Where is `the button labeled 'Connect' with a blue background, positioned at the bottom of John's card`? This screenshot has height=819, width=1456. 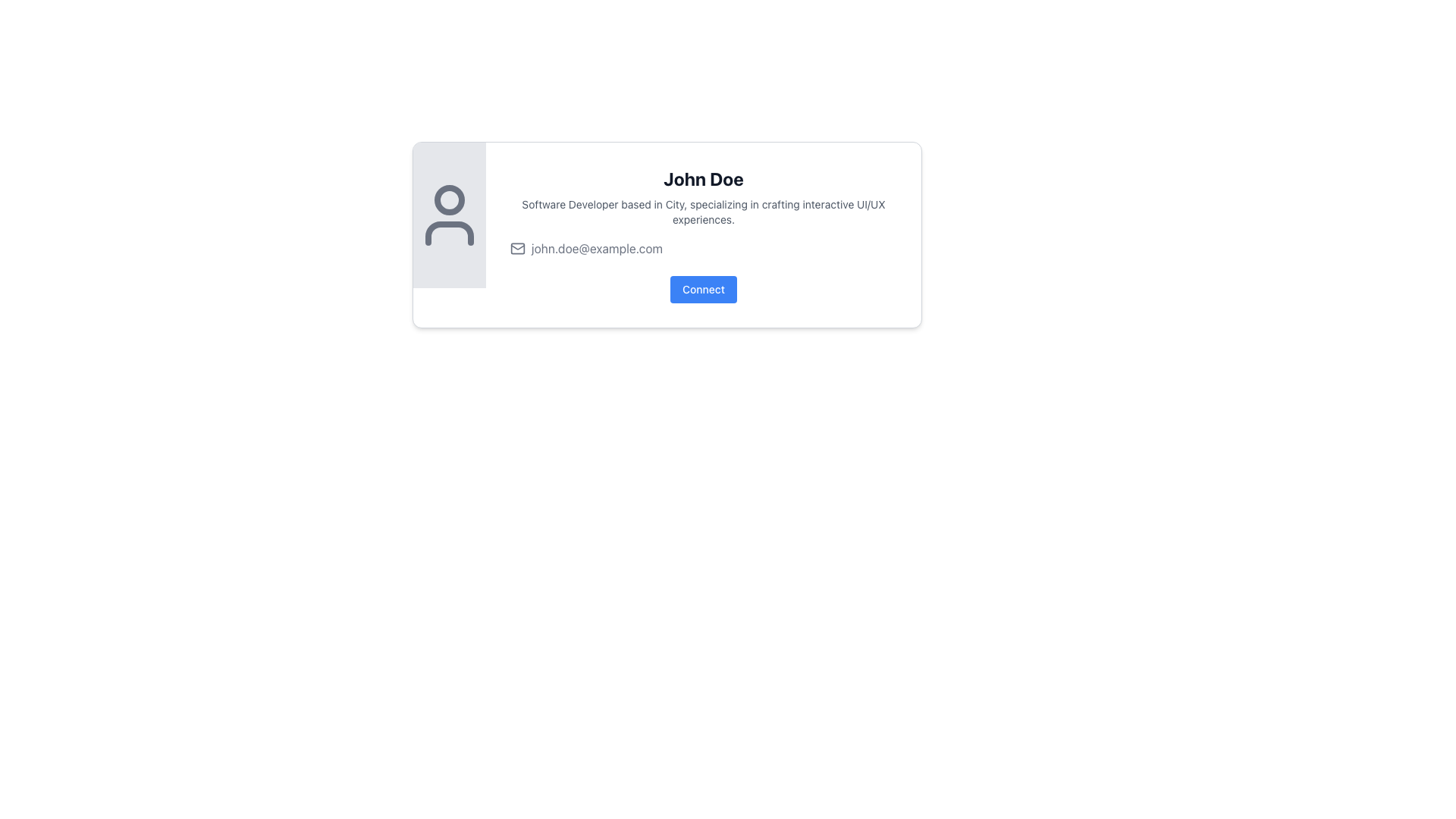
the button labeled 'Connect' with a blue background, positioned at the bottom of John's card is located at coordinates (702, 289).